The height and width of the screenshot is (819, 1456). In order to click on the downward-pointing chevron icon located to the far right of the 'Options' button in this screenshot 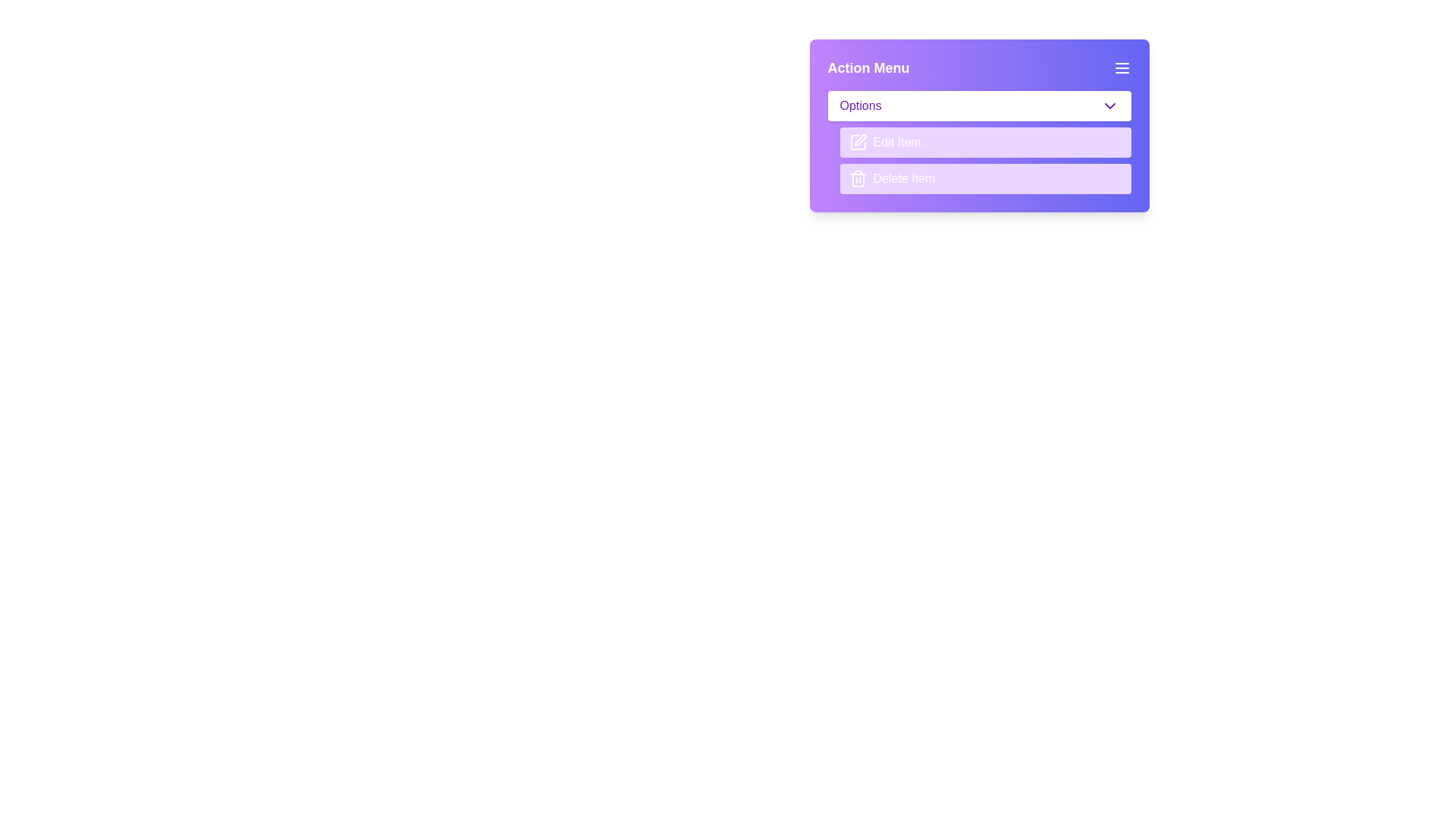, I will do `click(1109, 105)`.